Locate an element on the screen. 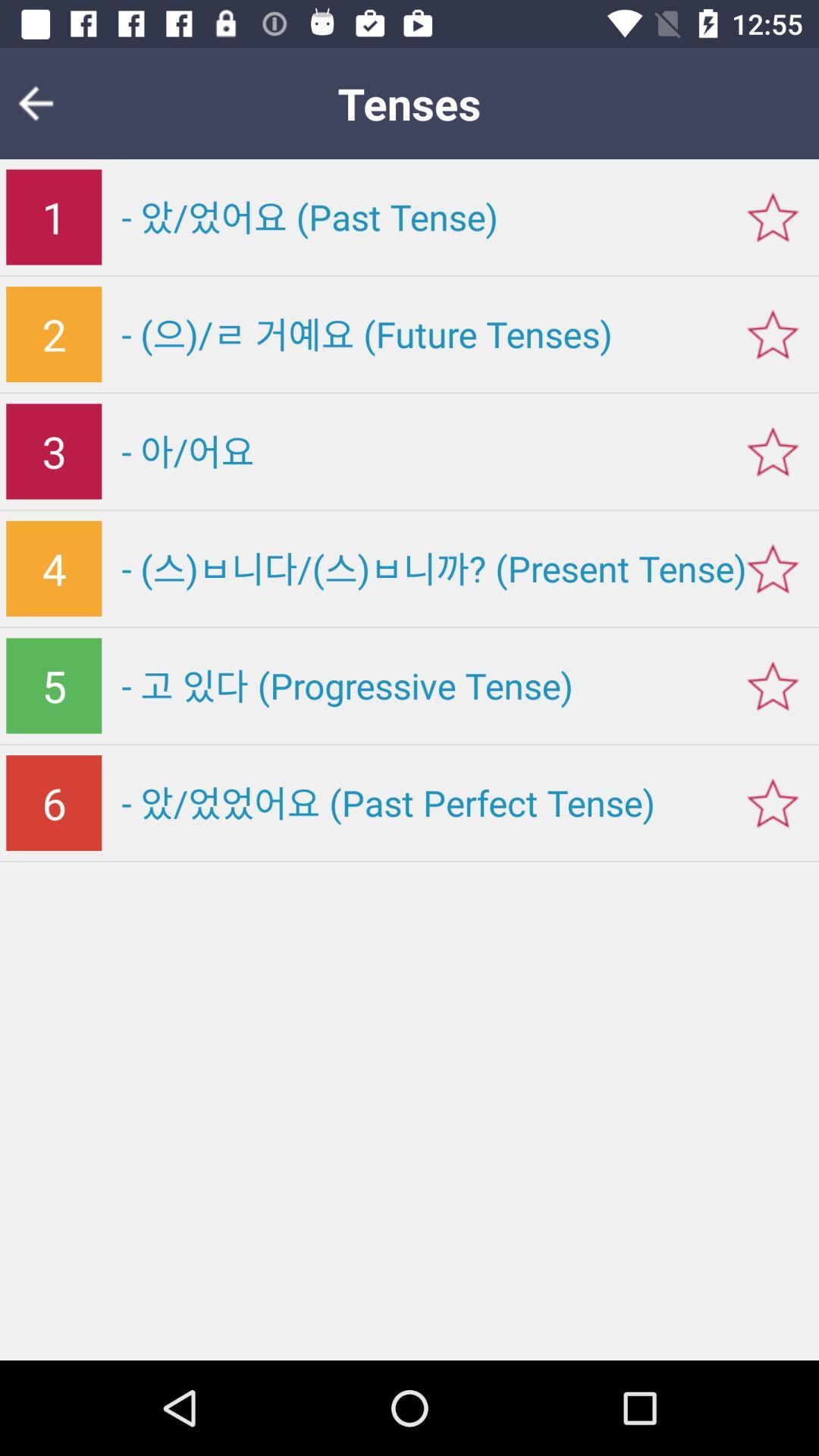 The image size is (819, 1456). the 6 is located at coordinates (53, 802).